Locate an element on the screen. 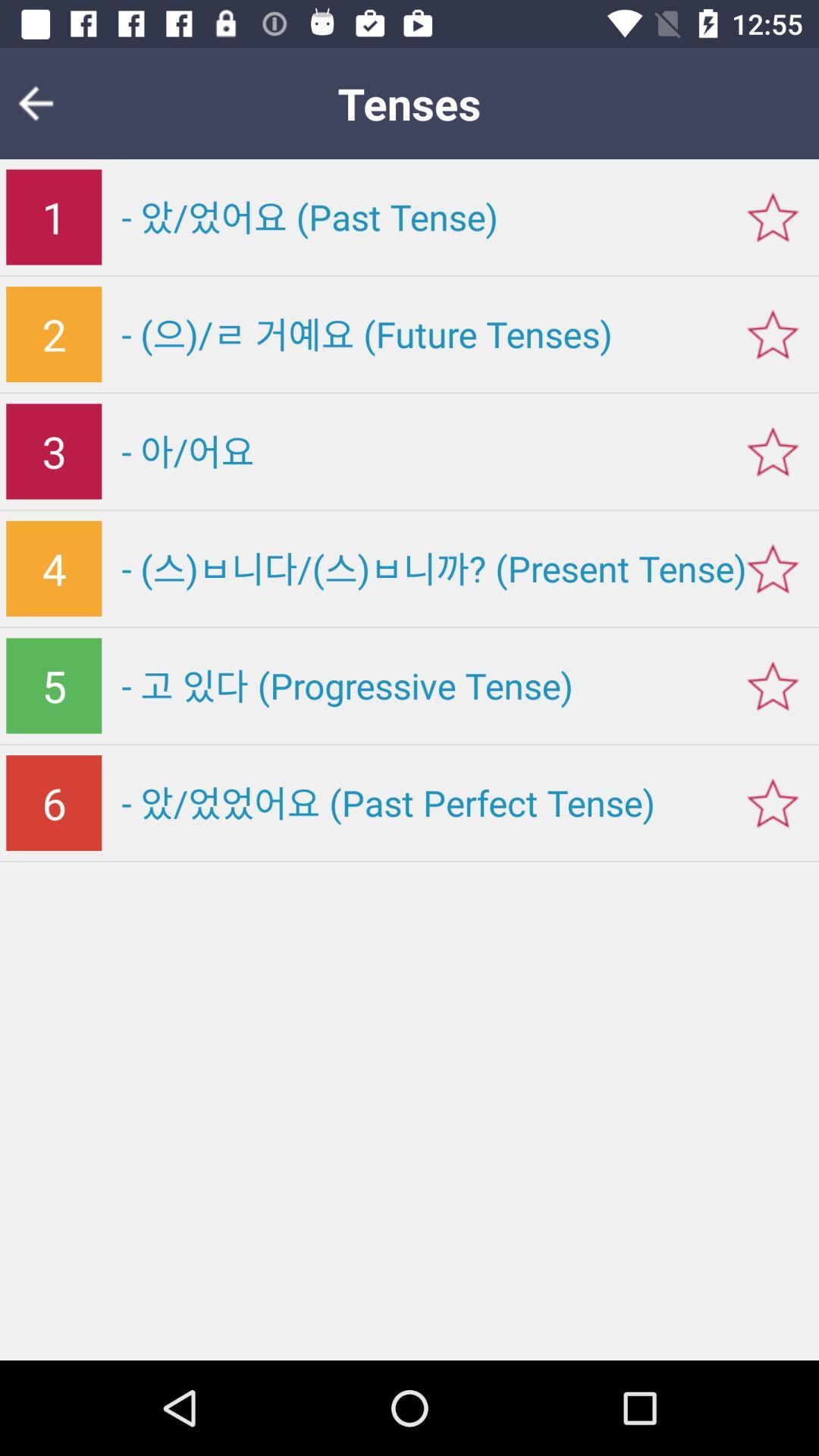 The image size is (819, 1456). the 6 is located at coordinates (53, 802).